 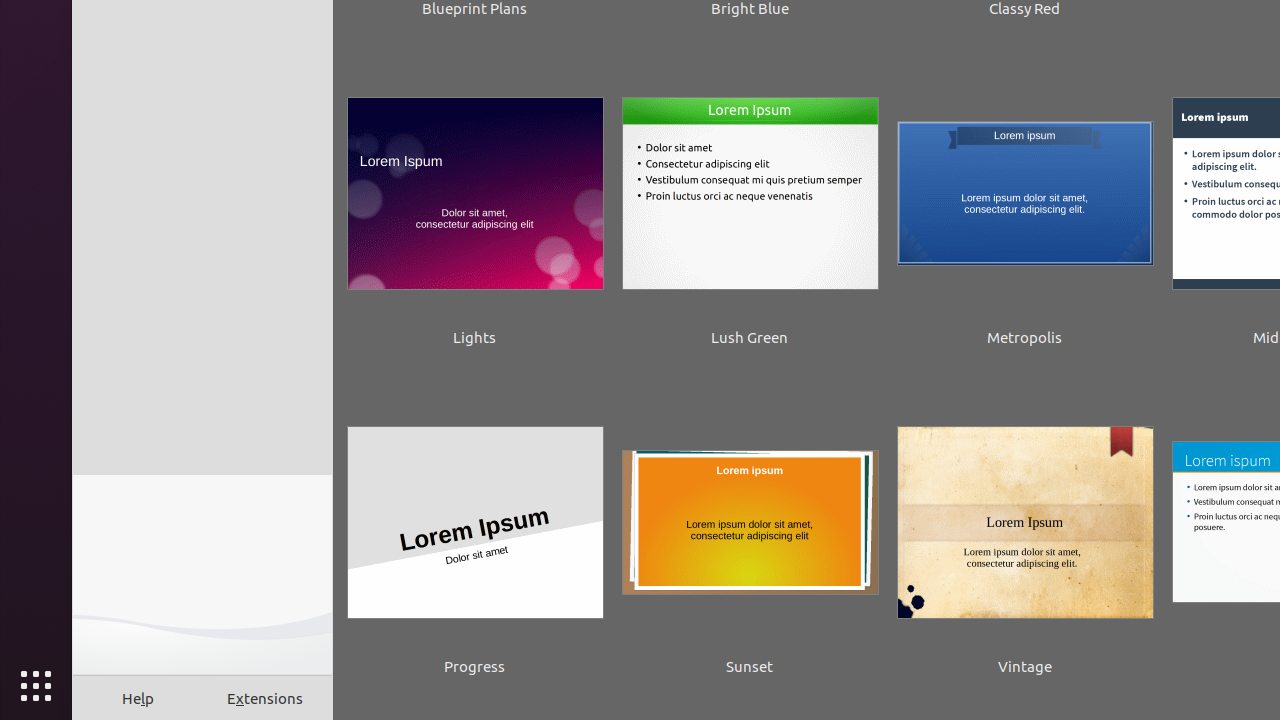 I want to click on 'Vintage', so click(x=1025, y=535).